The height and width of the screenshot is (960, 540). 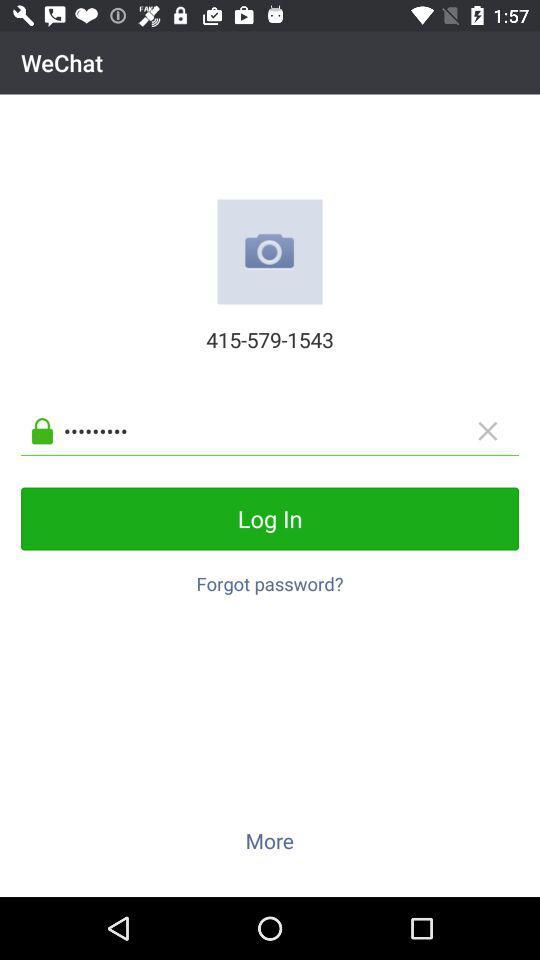 What do you see at coordinates (285, 431) in the screenshot?
I see `the item above log in item` at bounding box center [285, 431].